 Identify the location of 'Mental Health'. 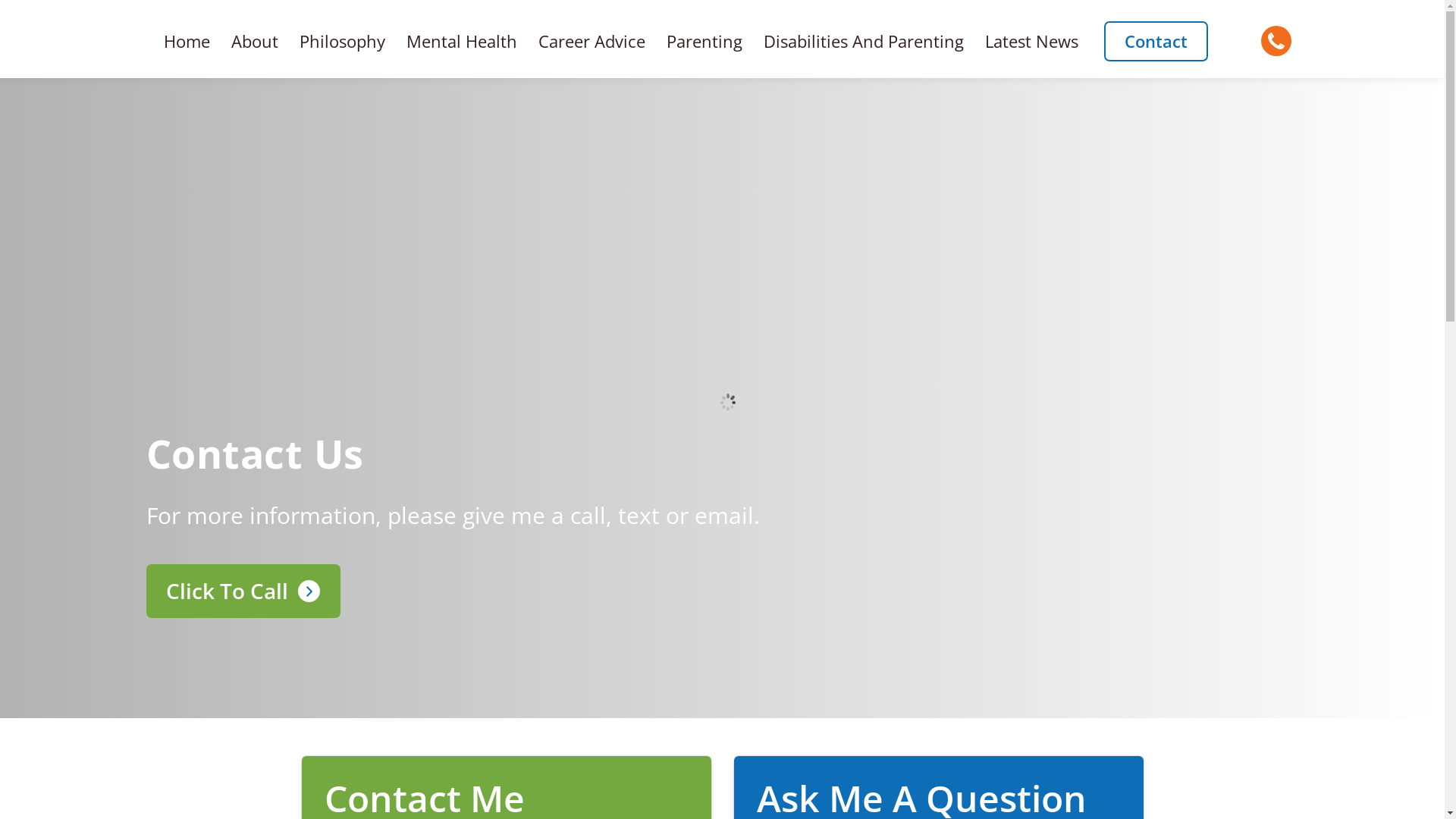
(461, 40).